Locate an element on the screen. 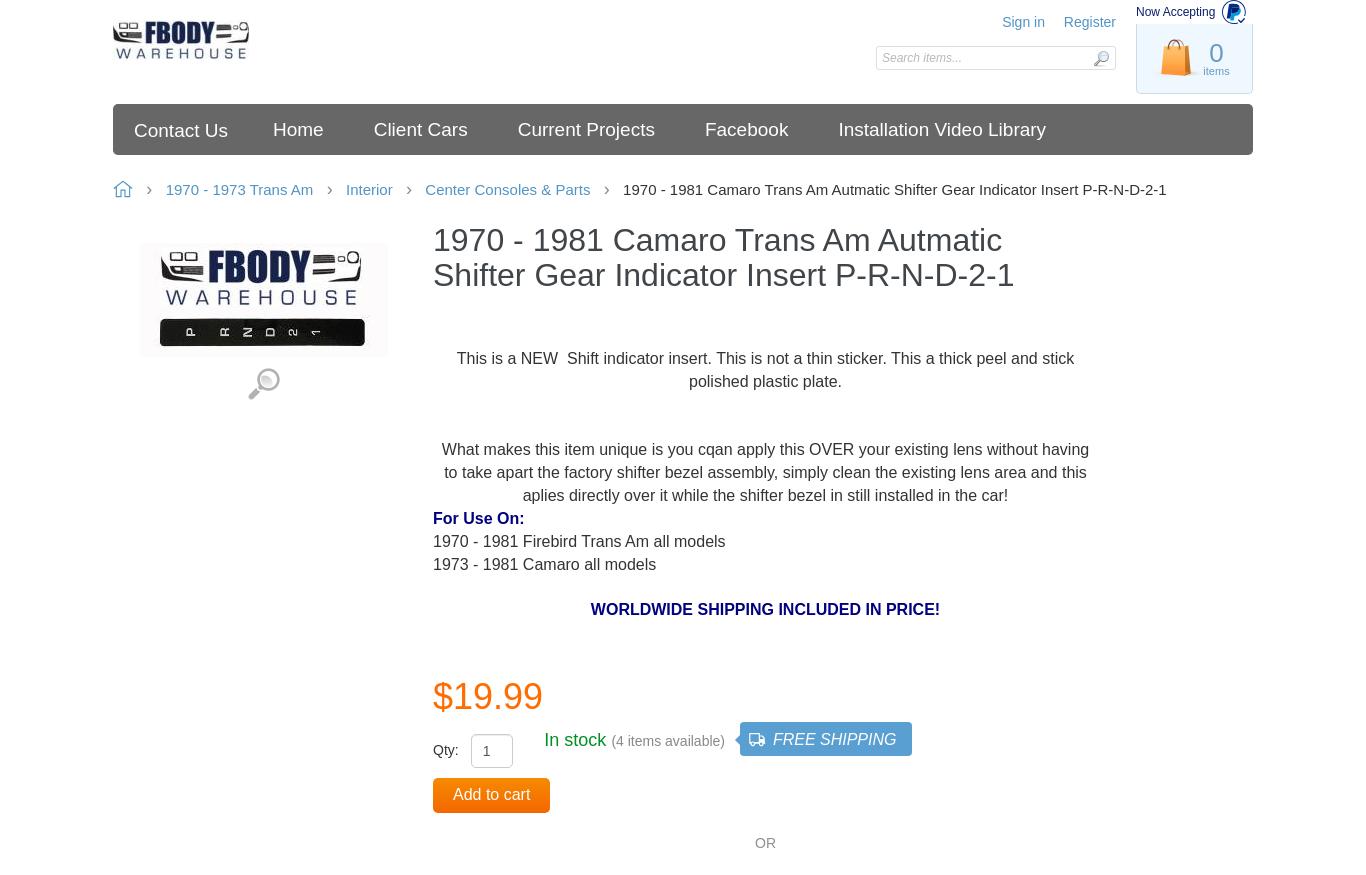 The height and width of the screenshot is (875, 1366). 'Center Consoles & Parts' is located at coordinates (507, 189).